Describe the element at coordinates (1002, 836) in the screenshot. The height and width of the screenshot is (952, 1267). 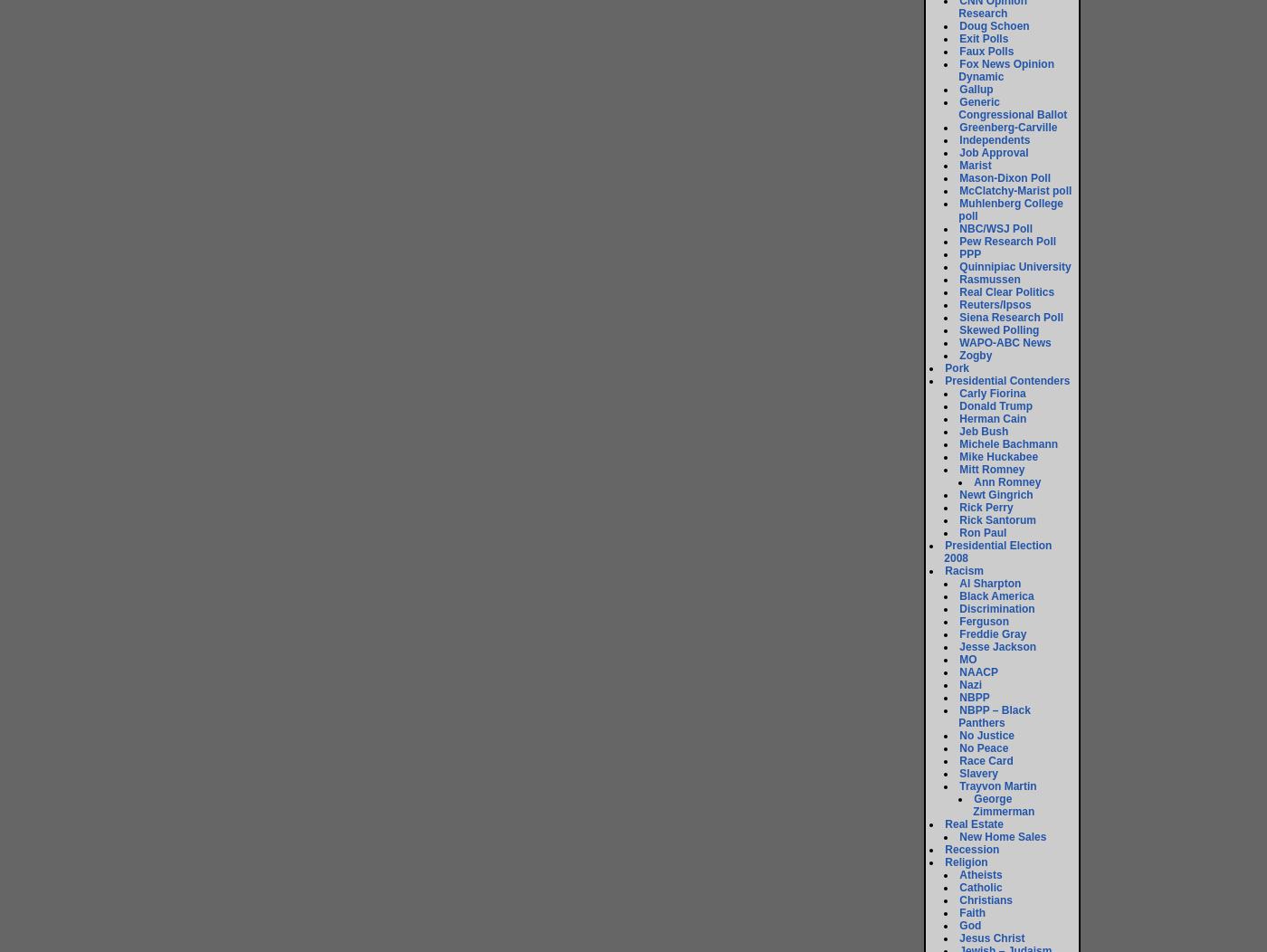
I see `'New Home Sales'` at that location.